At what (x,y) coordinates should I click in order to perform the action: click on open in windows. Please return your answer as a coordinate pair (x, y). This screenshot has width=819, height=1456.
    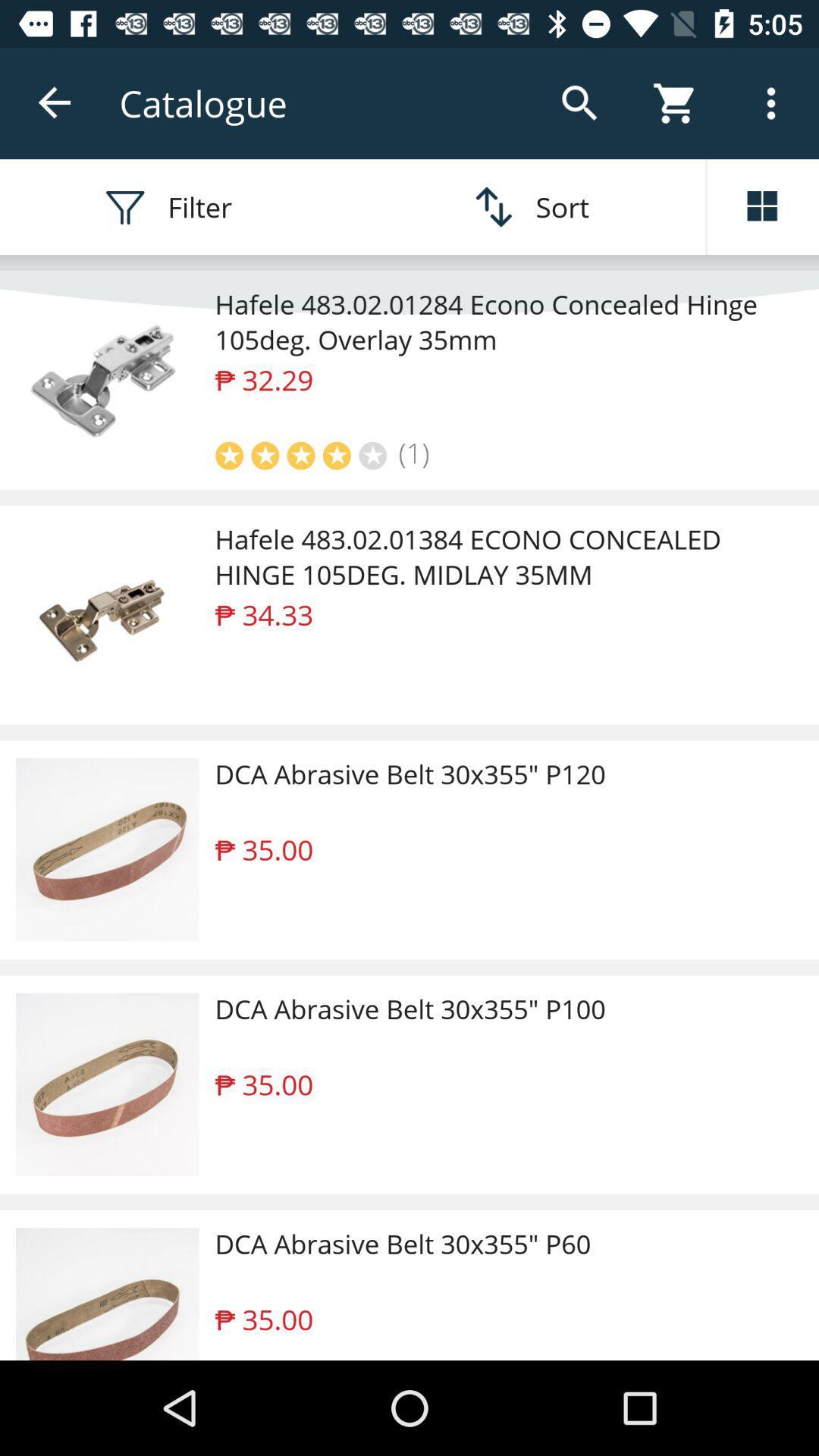
    Looking at the image, I should click on (763, 206).